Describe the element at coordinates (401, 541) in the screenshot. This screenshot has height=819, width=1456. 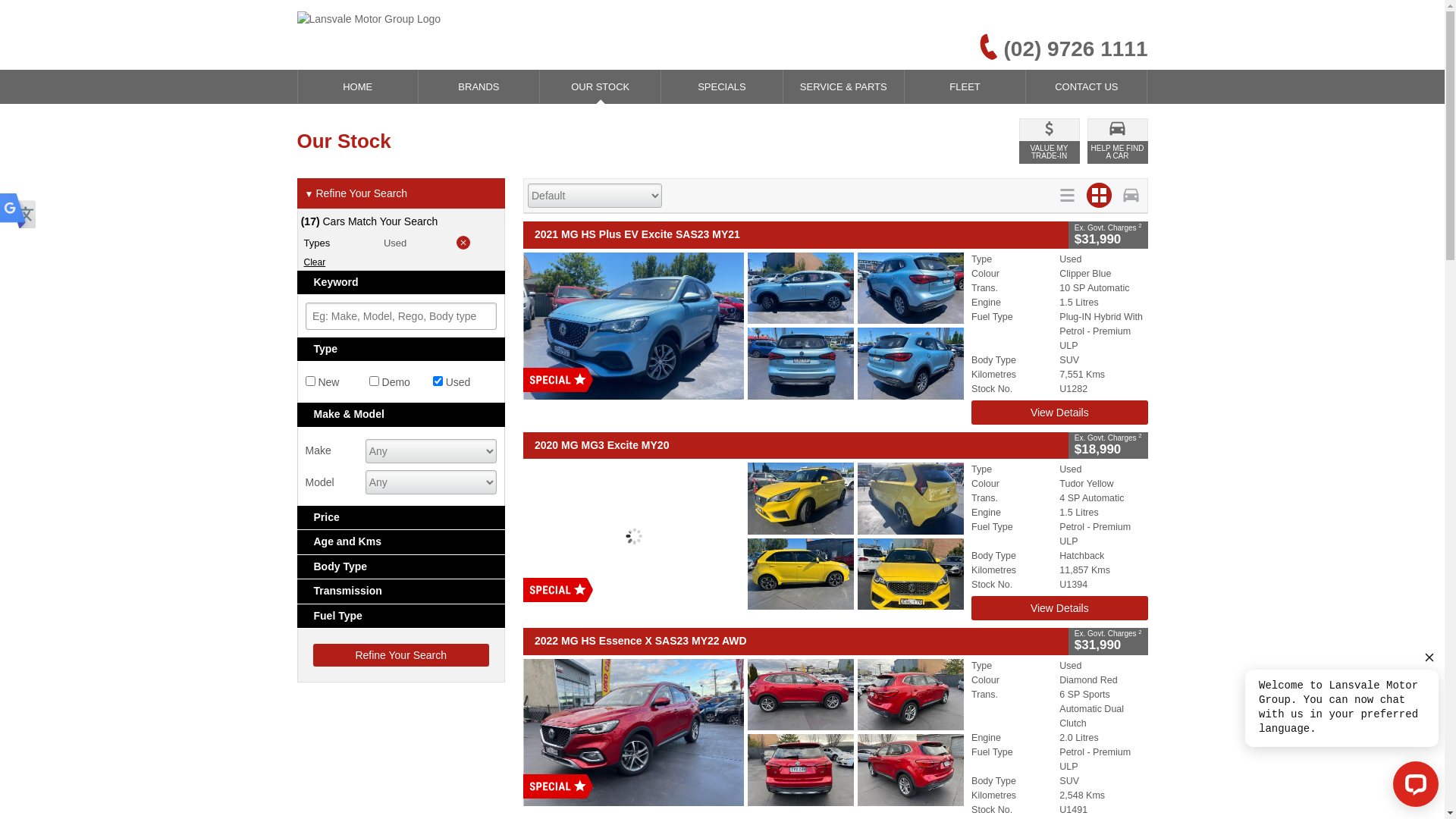
I see `'Age and Kms'` at that location.